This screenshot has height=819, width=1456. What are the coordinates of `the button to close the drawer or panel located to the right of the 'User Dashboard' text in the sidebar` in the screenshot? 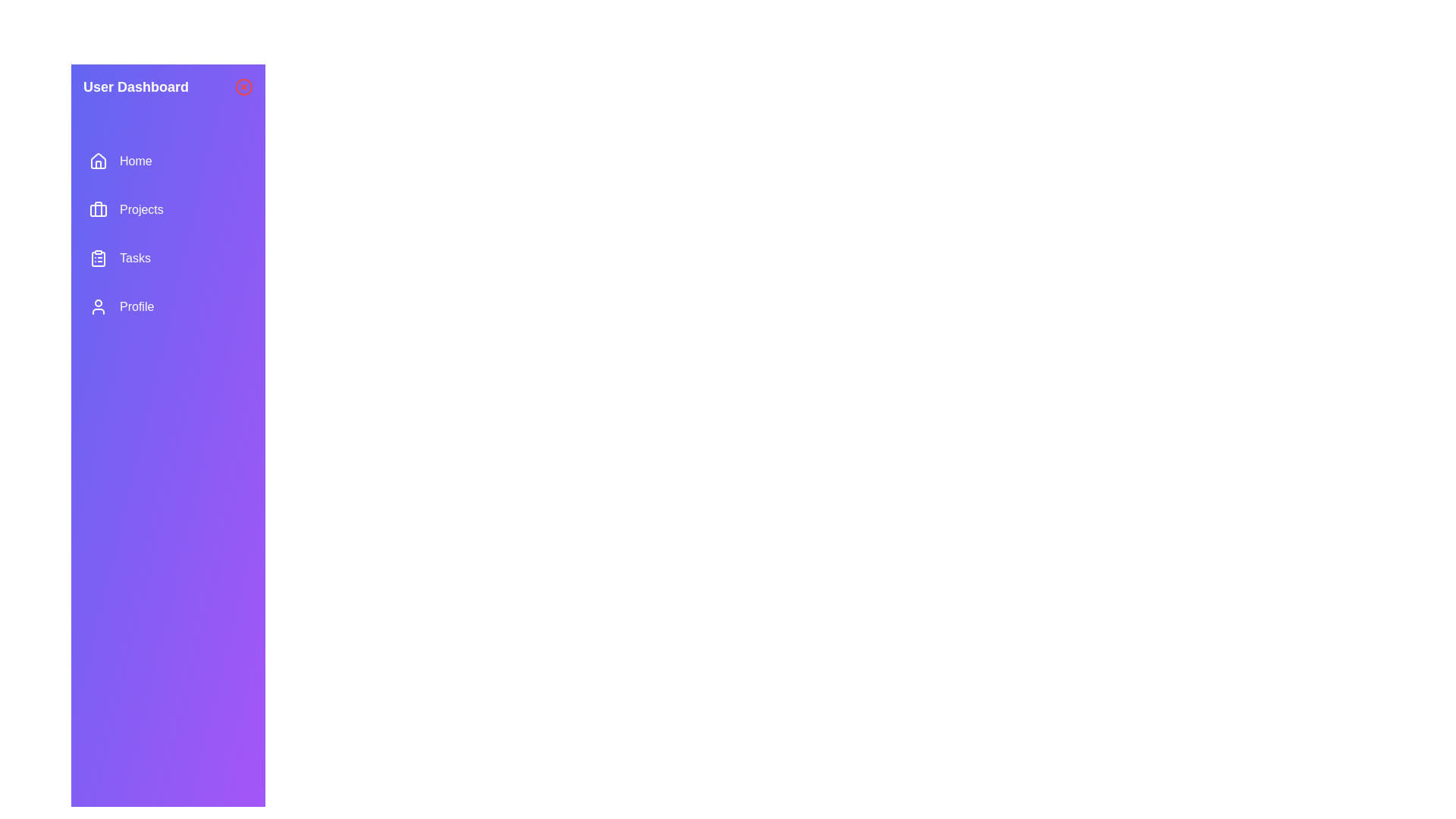 It's located at (243, 87).